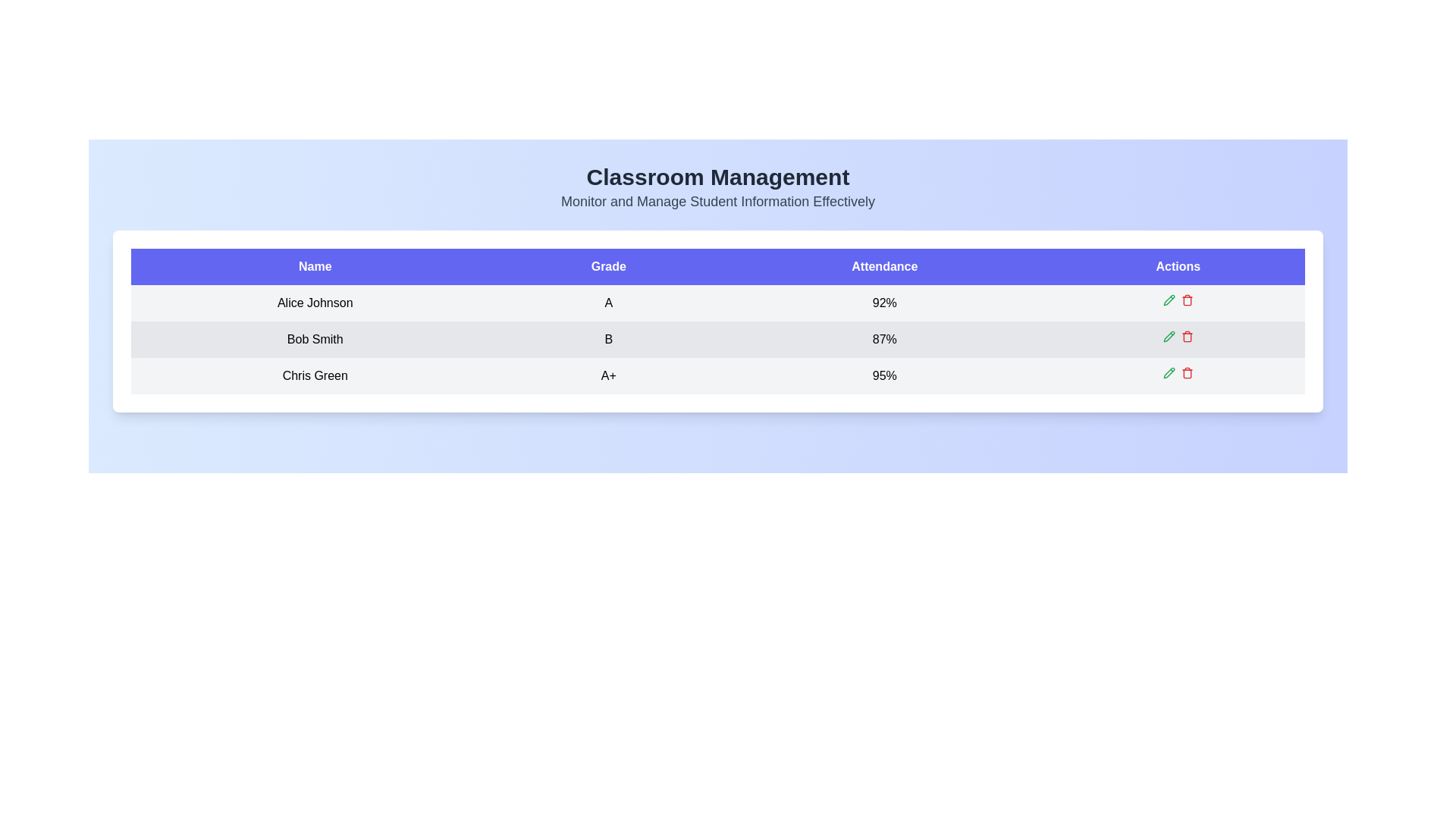 Image resolution: width=1456 pixels, height=819 pixels. Describe the element at coordinates (884, 375) in the screenshot. I see `the text label displaying '95%' in the Attendance column of the row labeled 'Chris Green' with a grade of 'A+'` at that location.